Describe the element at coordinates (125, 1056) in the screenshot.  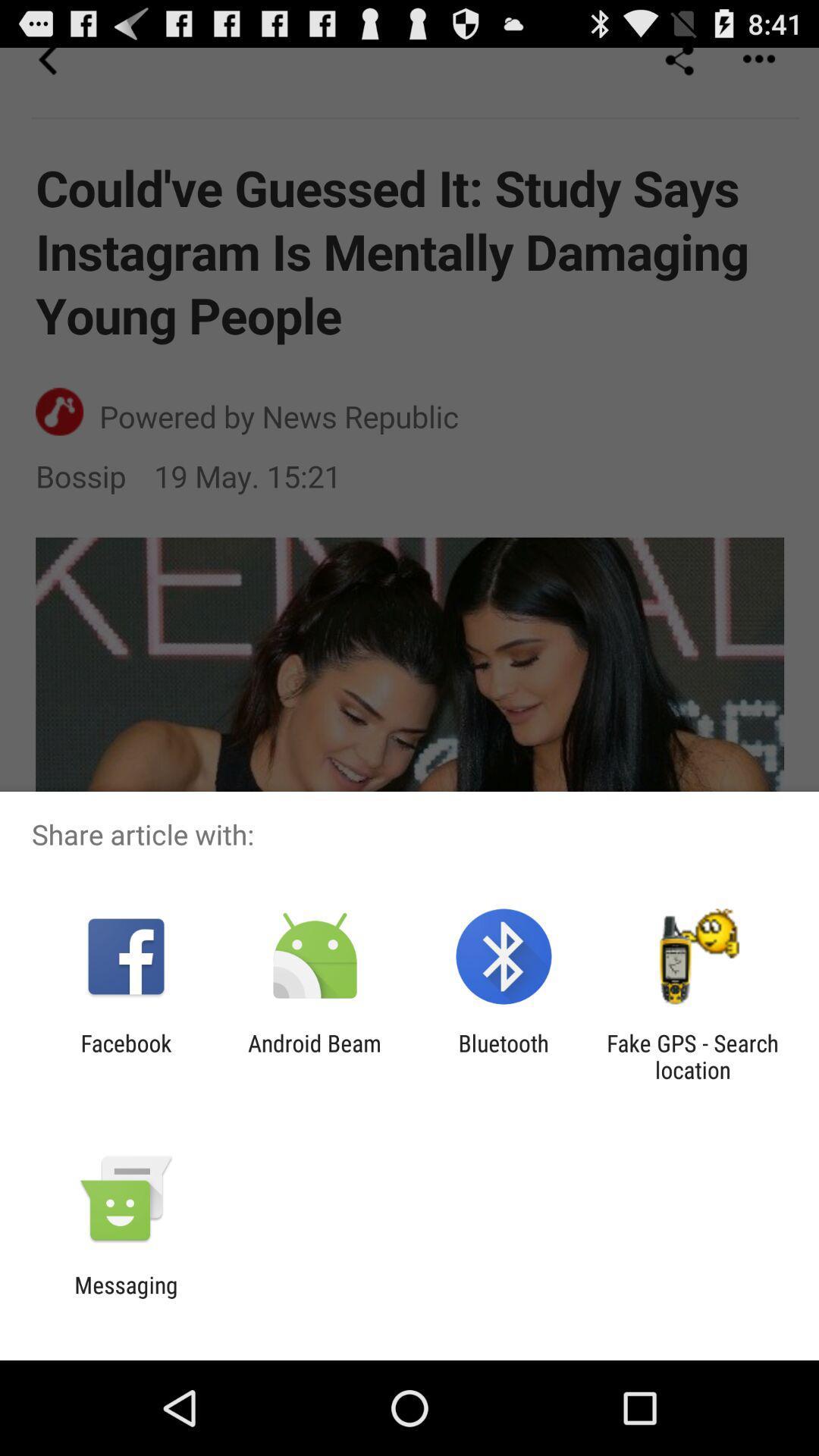
I see `facebook item` at that location.